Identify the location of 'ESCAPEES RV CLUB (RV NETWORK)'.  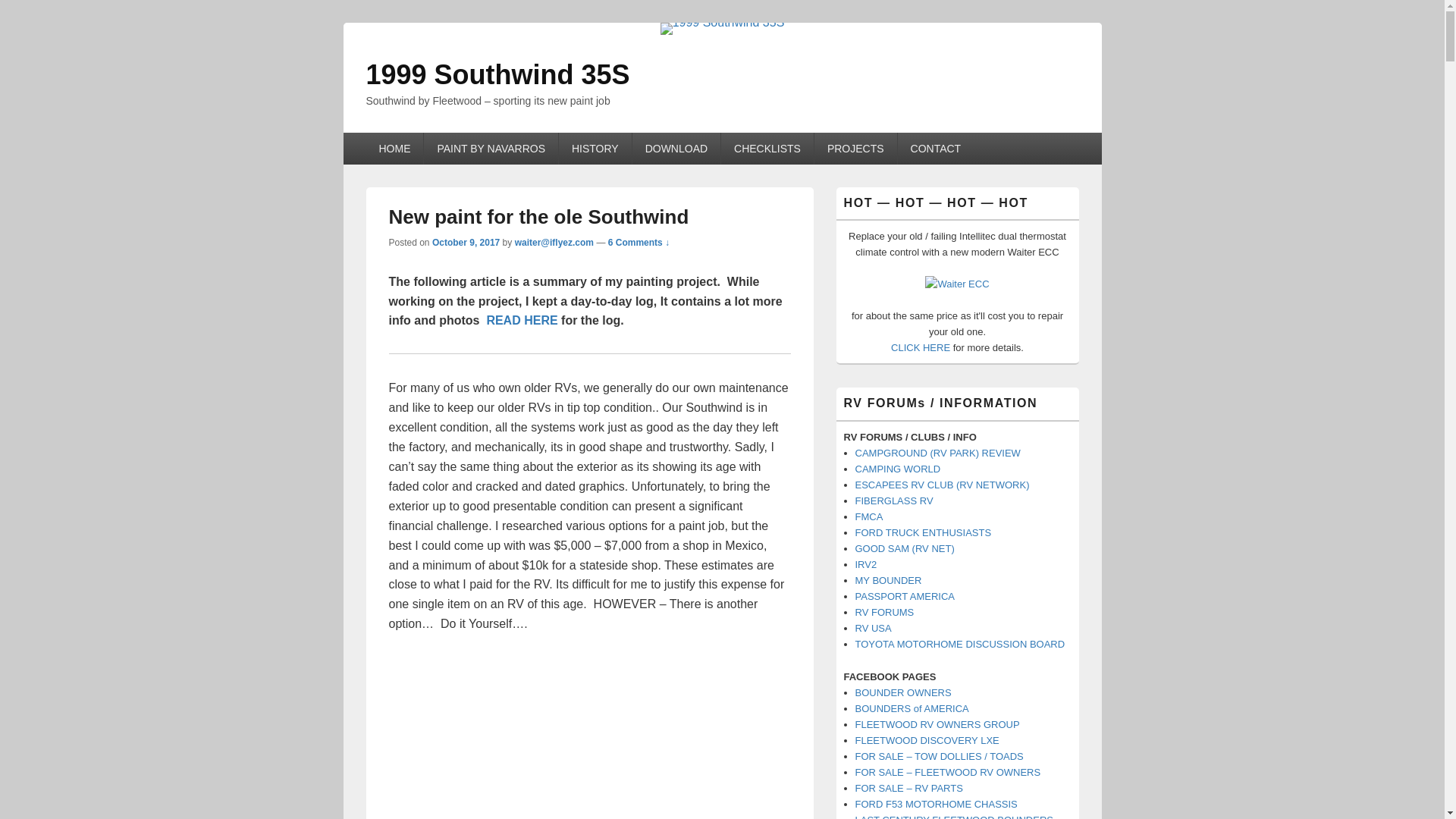
(942, 485).